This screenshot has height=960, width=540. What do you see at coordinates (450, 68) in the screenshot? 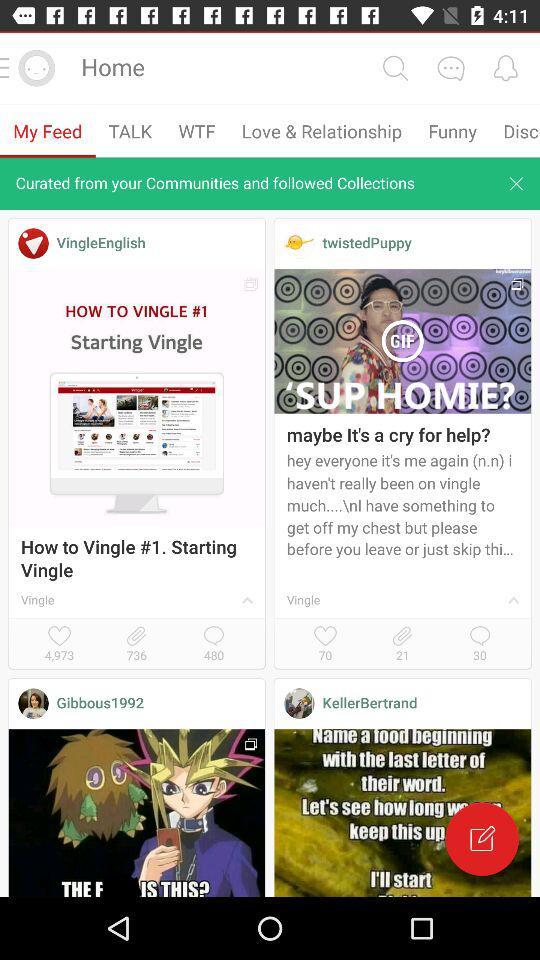
I see `the chat icon` at bounding box center [450, 68].